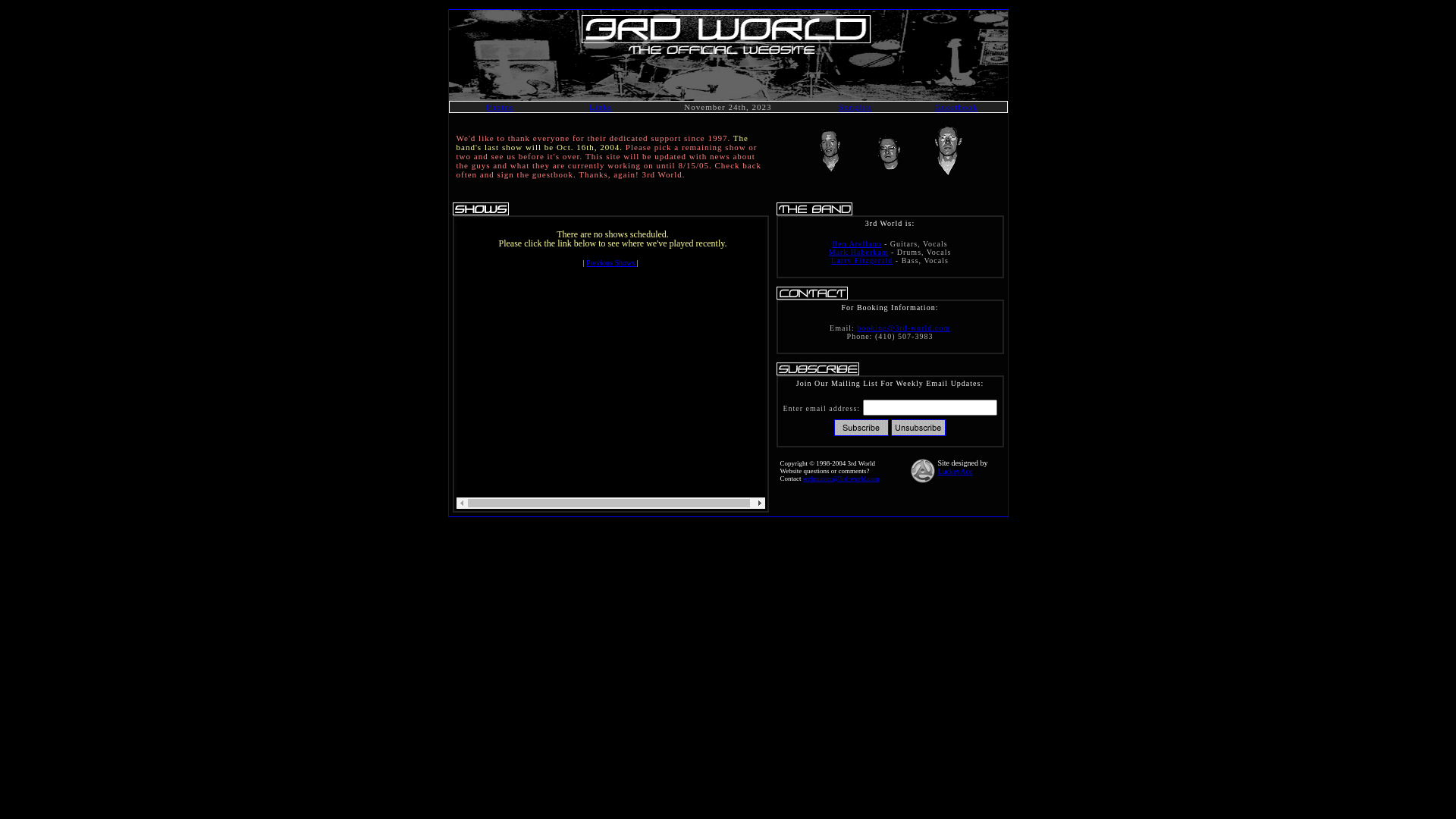 The height and width of the screenshot is (819, 1456). What do you see at coordinates (840, 479) in the screenshot?
I see `'webmaster@3rd-world.com'` at bounding box center [840, 479].